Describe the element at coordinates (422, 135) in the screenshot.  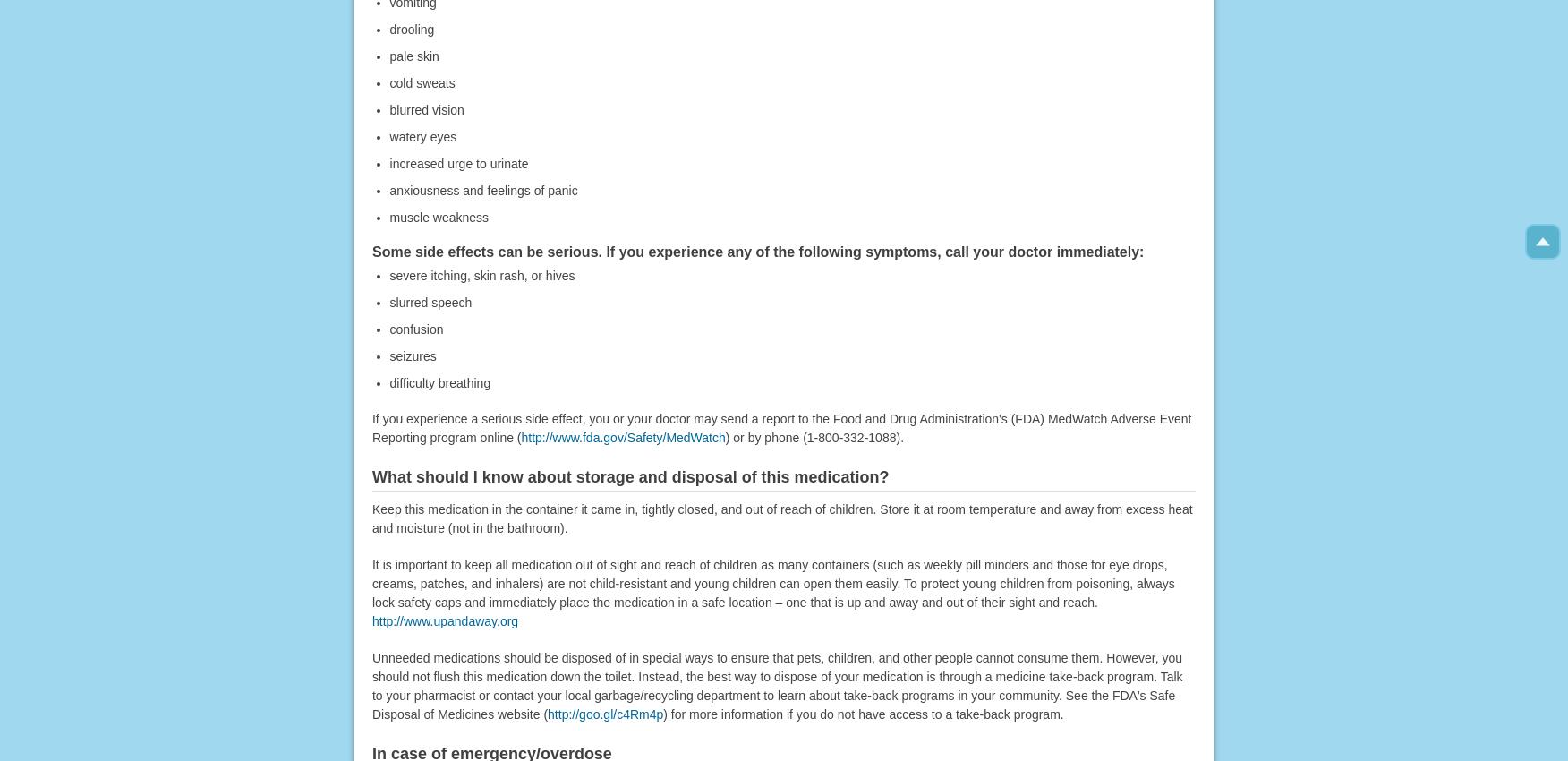
I see `'watery eyes'` at that location.